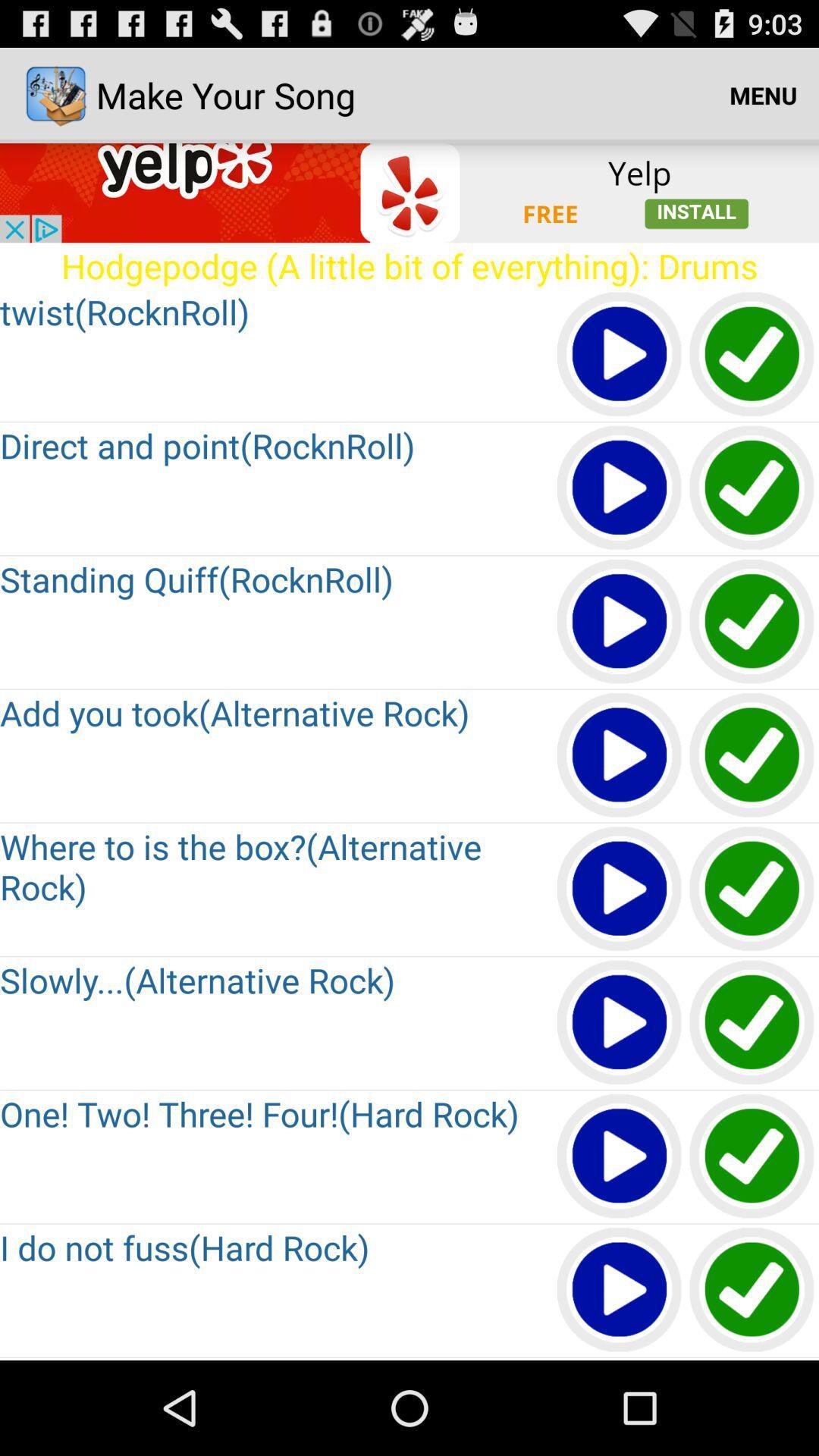 This screenshot has width=819, height=1456. Describe the element at coordinates (620, 1023) in the screenshot. I see `icon` at that location.